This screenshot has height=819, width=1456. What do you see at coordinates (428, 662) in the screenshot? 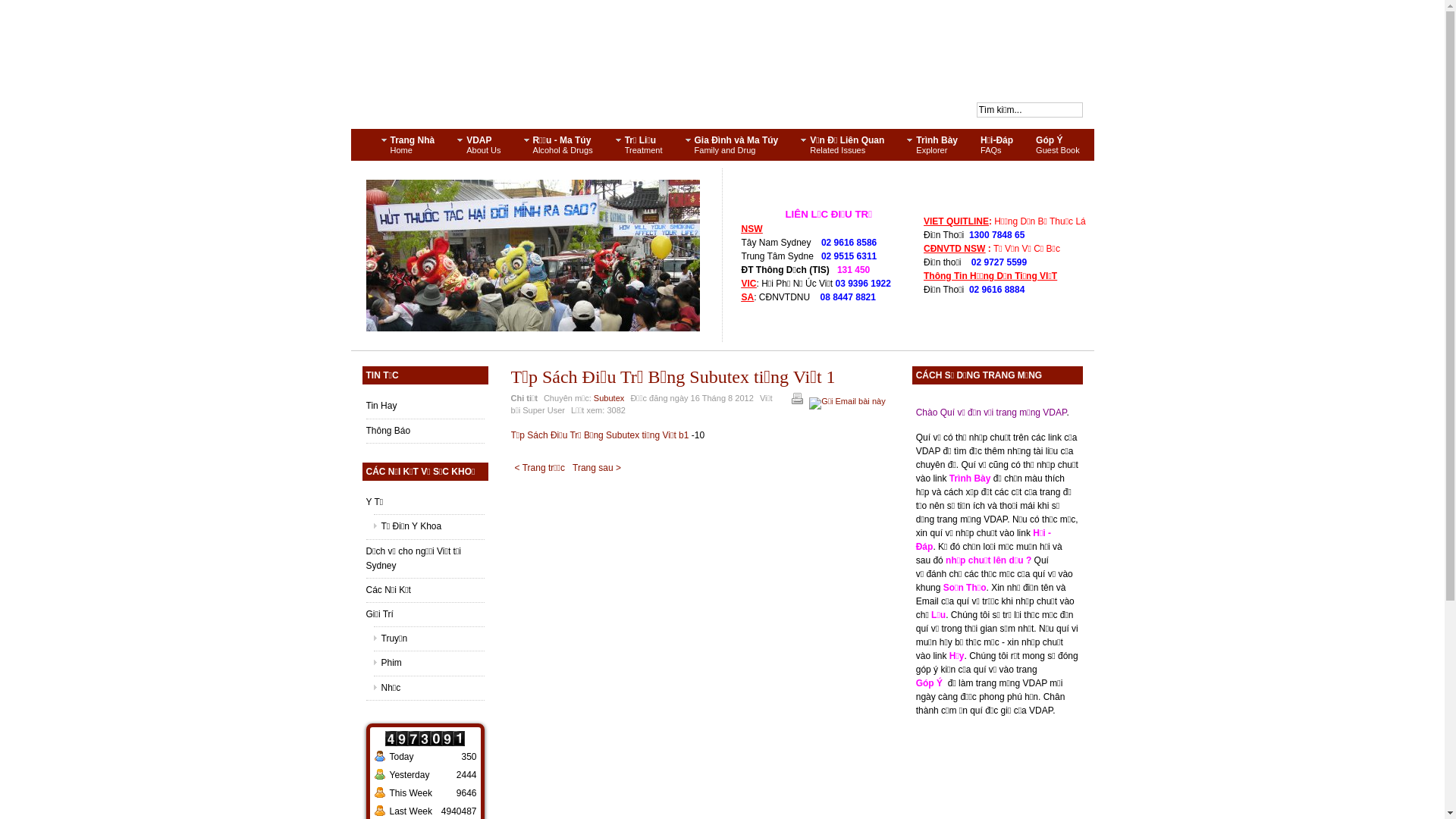
I see `'Phim'` at bounding box center [428, 662].